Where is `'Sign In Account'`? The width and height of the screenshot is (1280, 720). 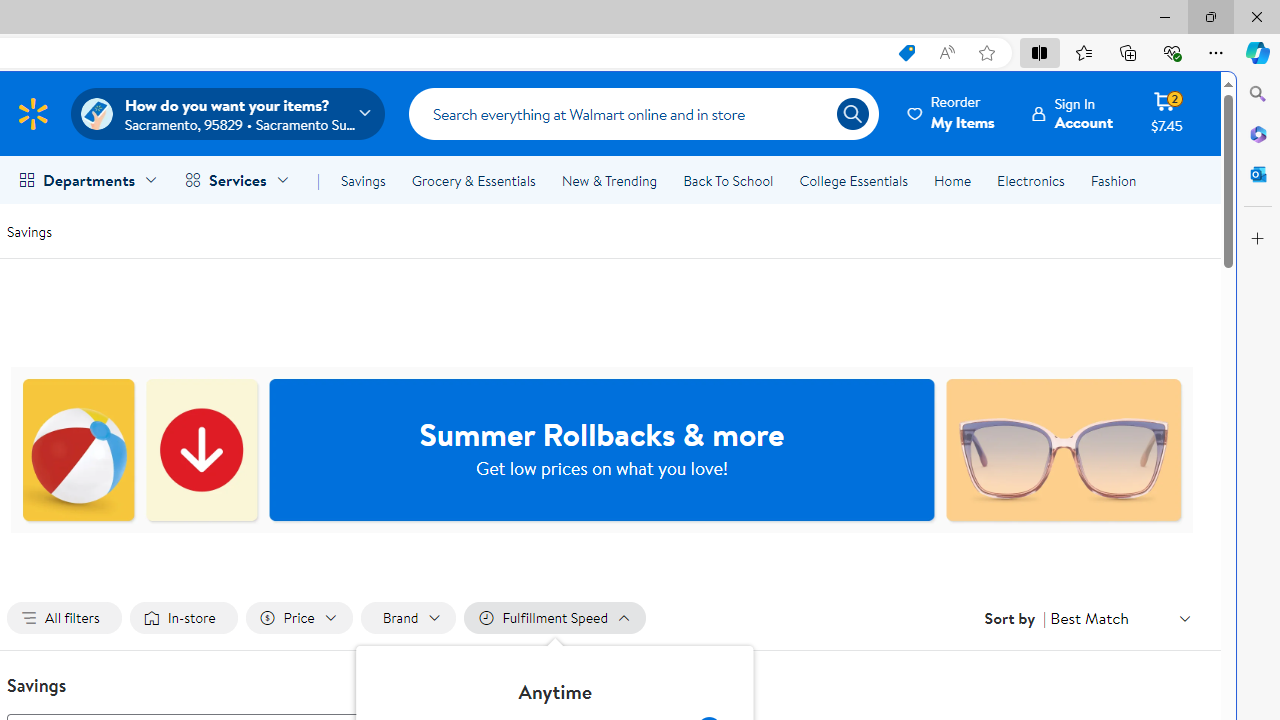 'Sign In Account' is located at coordinates (1072, 113).